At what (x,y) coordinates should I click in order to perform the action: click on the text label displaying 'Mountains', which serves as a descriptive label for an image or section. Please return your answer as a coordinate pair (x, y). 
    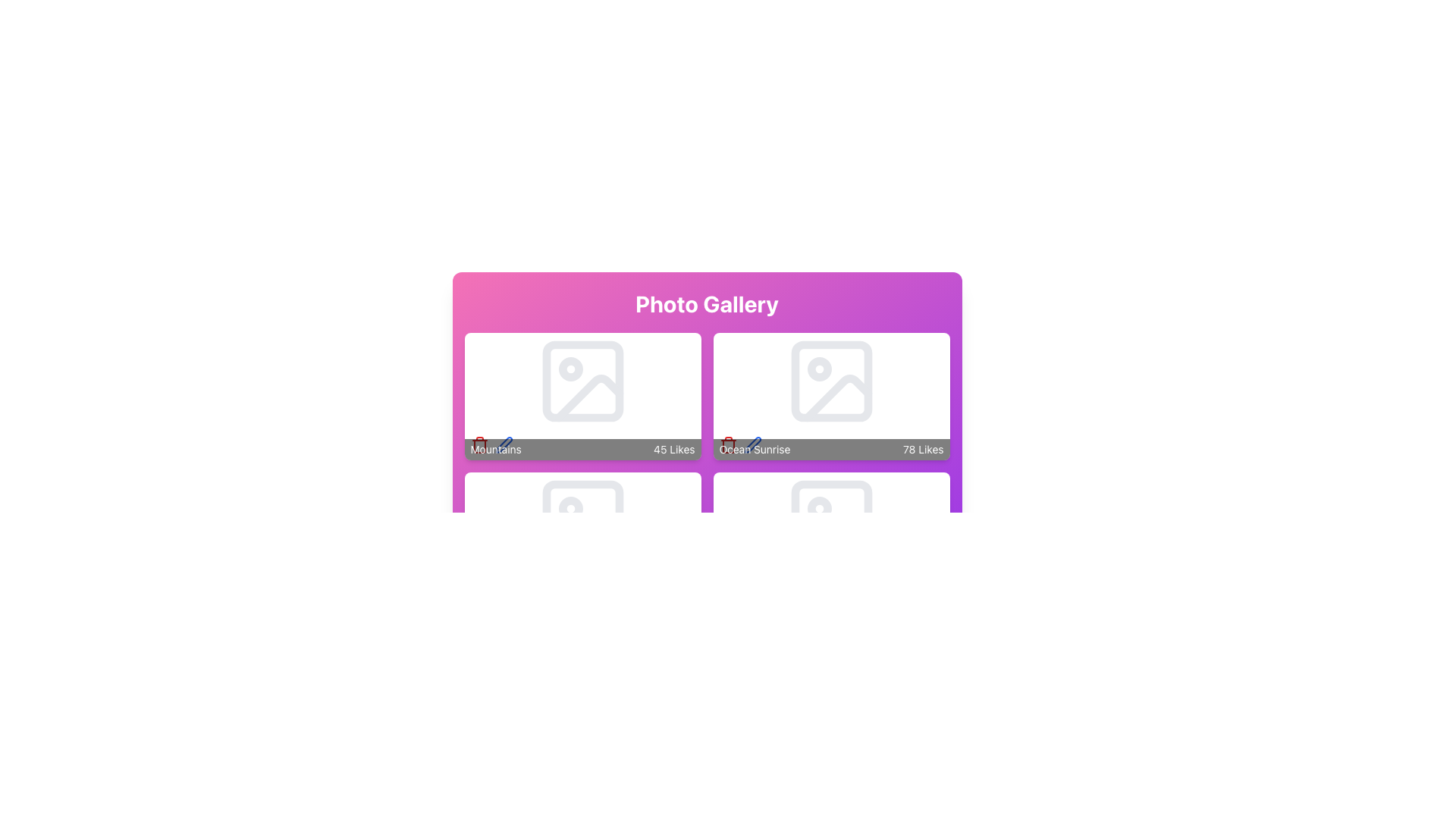
    Looking at the image, I should click on (496, 449).